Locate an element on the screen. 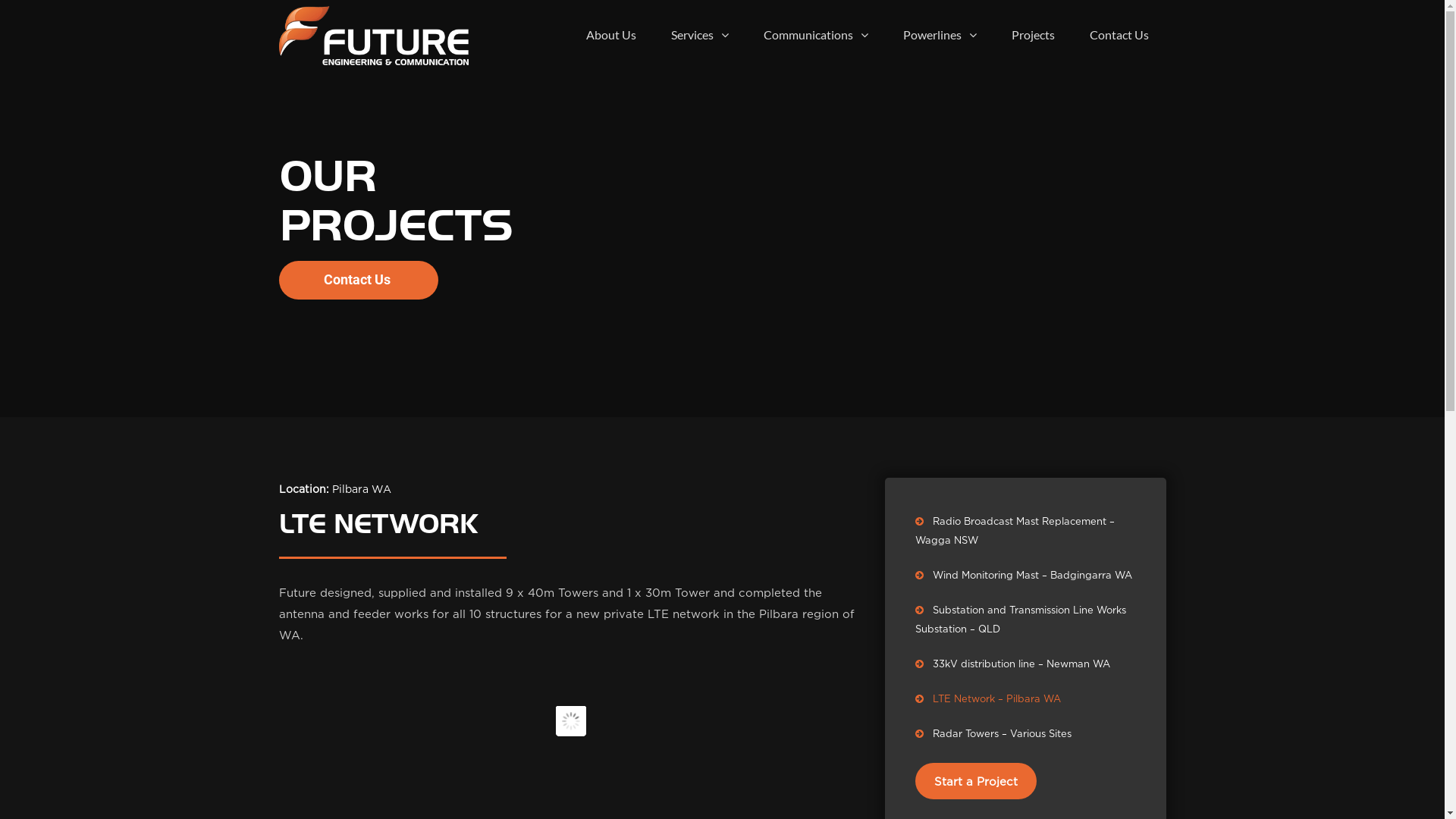 The height and width of the screenshot is (819, 1456). 'Future Engineering & Communication' is located at coordinates (374, 34).